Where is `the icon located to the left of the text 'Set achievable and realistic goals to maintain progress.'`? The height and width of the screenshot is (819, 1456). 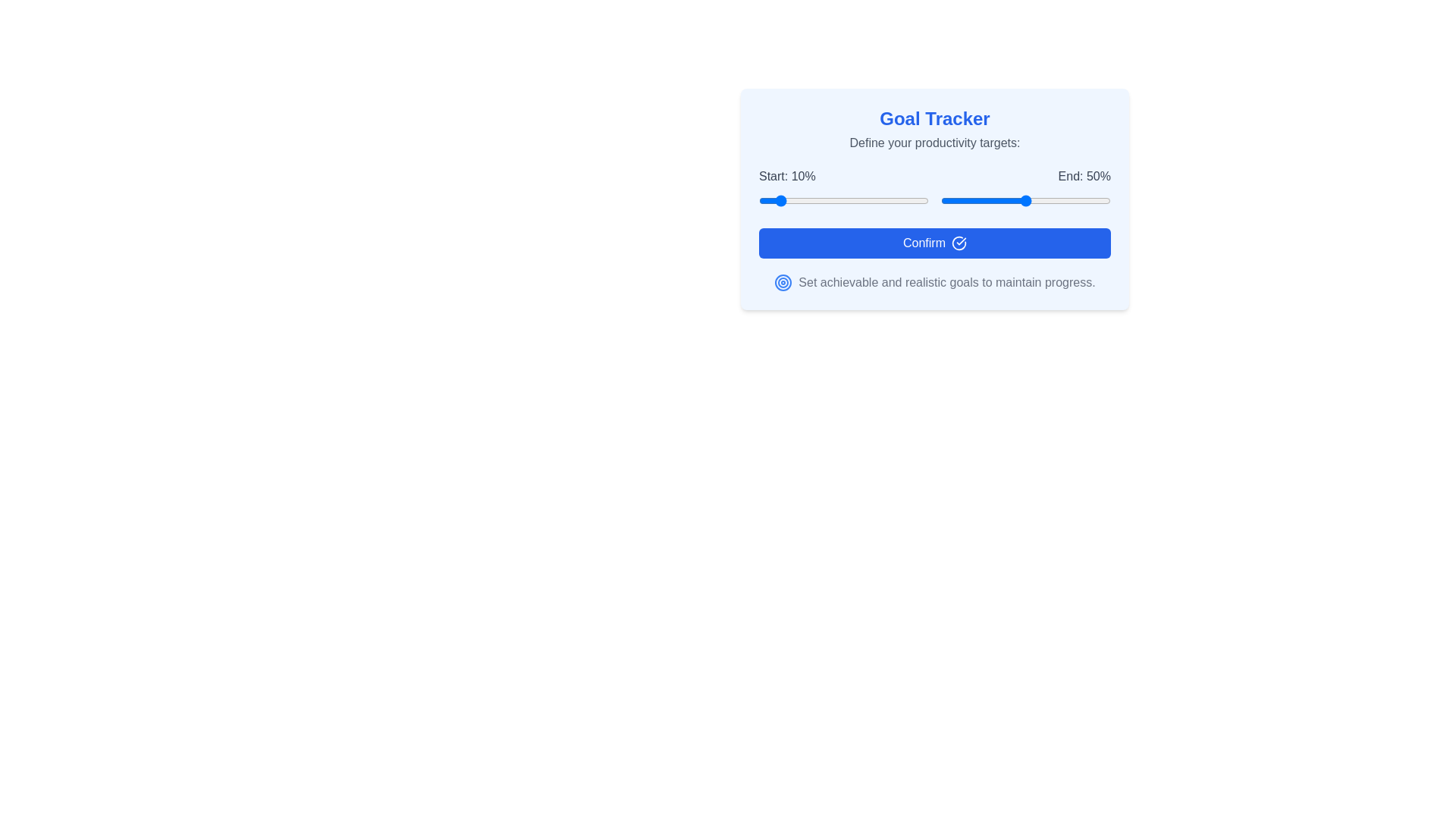
the icon located to the left of the text 'Set achievable and realistic goals to maintain progress.' is located at coordinates (783, 283).